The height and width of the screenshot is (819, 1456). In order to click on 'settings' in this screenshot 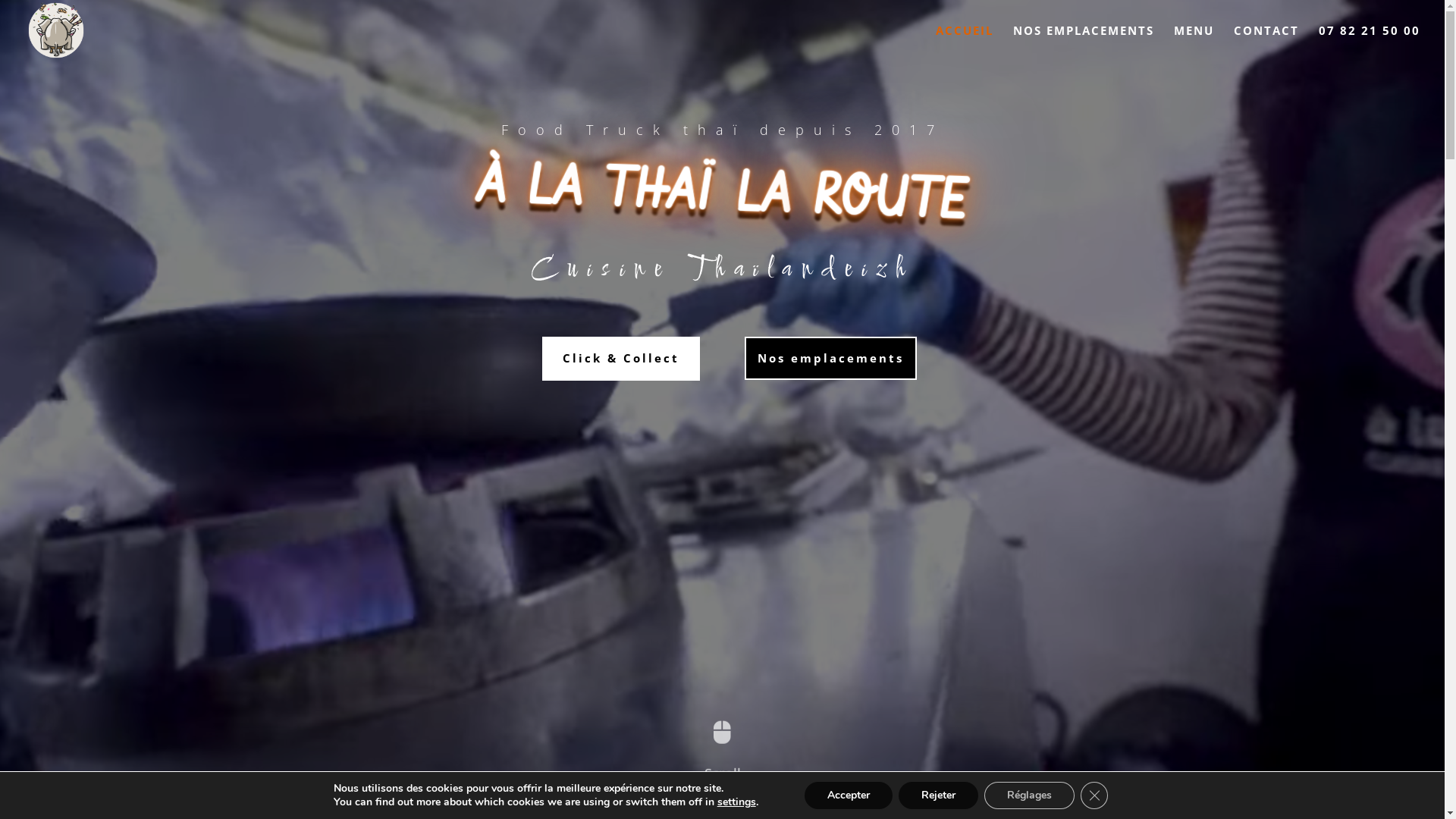, I will do `click(736, 801)`.